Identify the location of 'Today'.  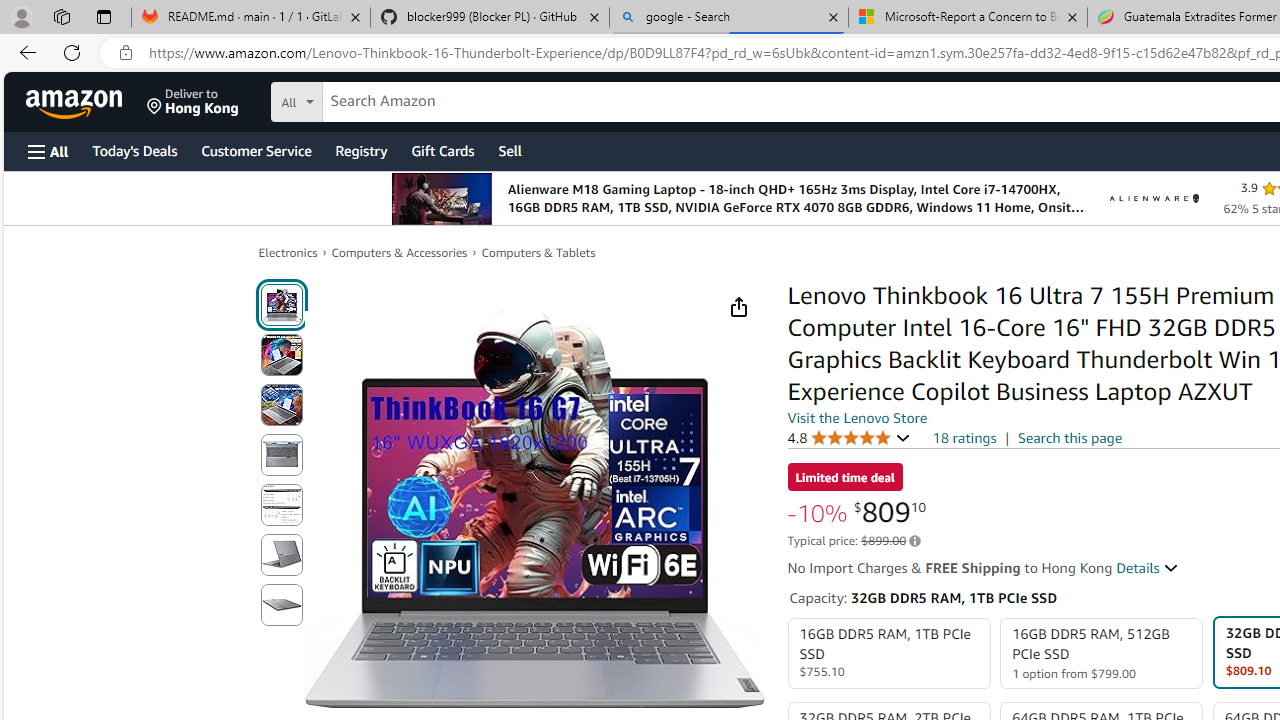
(133, 149).